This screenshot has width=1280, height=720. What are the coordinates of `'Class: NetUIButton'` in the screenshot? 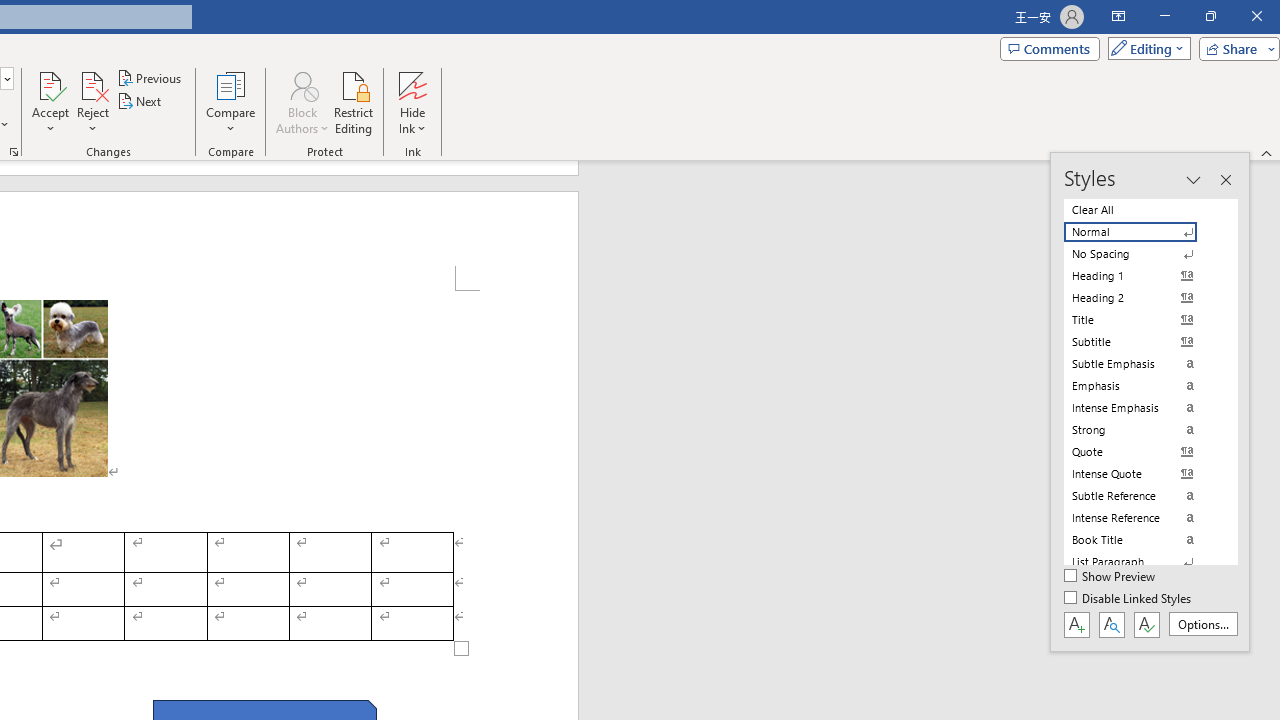 It's located at (1146, 623).